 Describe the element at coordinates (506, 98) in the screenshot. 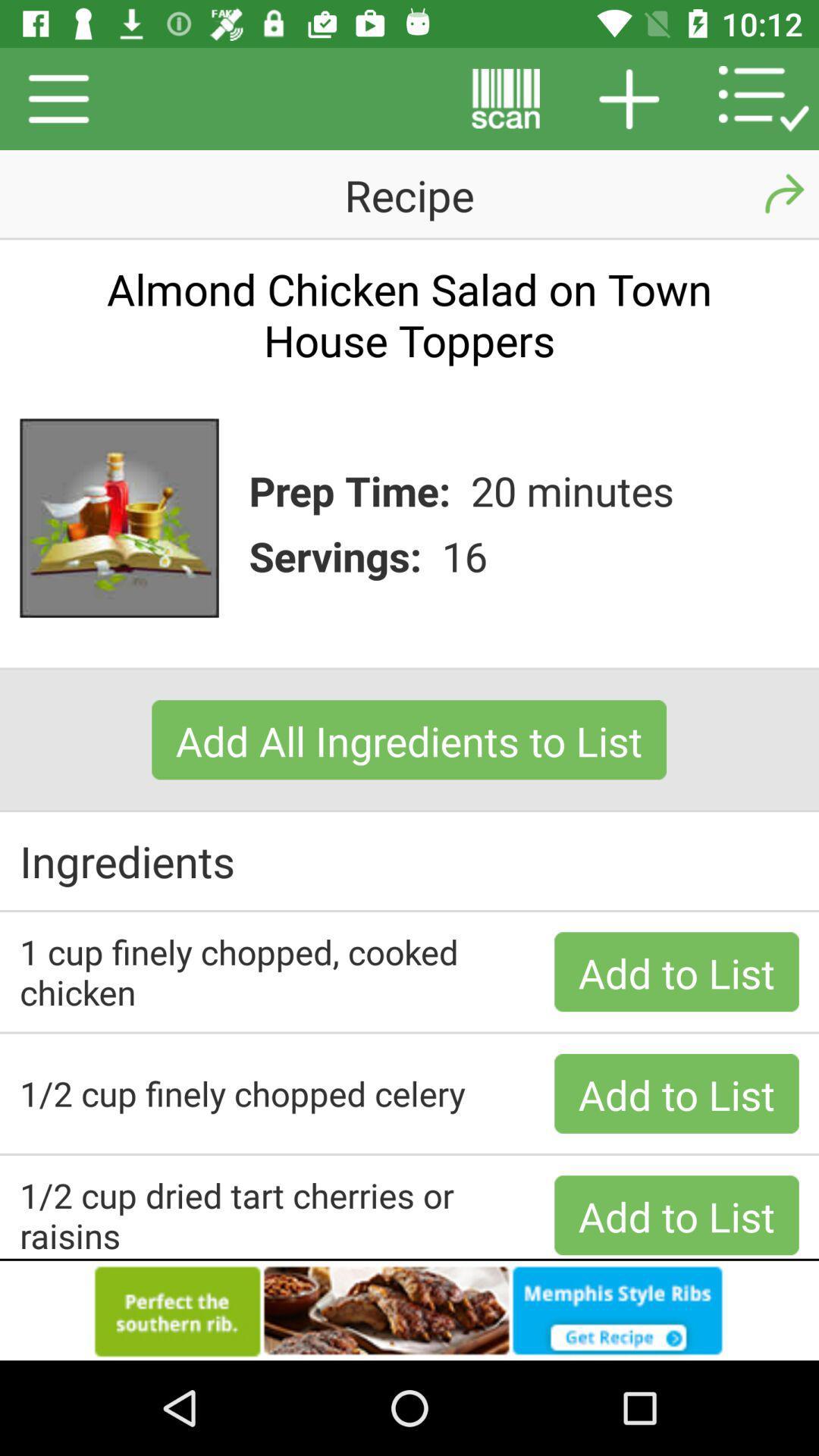

I see `the pause icon` at that location.